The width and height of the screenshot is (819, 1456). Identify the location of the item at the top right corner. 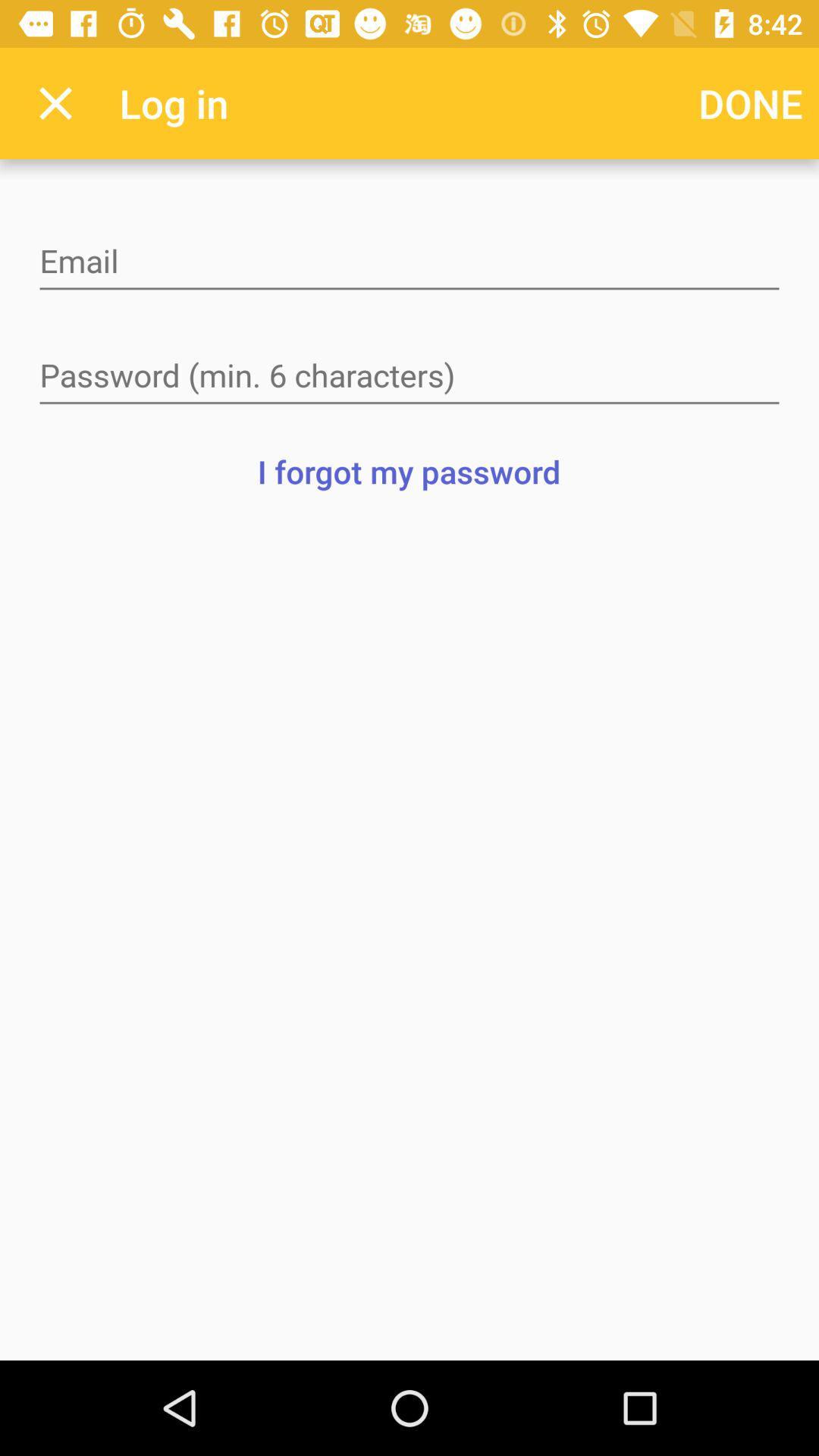
(751, 102).